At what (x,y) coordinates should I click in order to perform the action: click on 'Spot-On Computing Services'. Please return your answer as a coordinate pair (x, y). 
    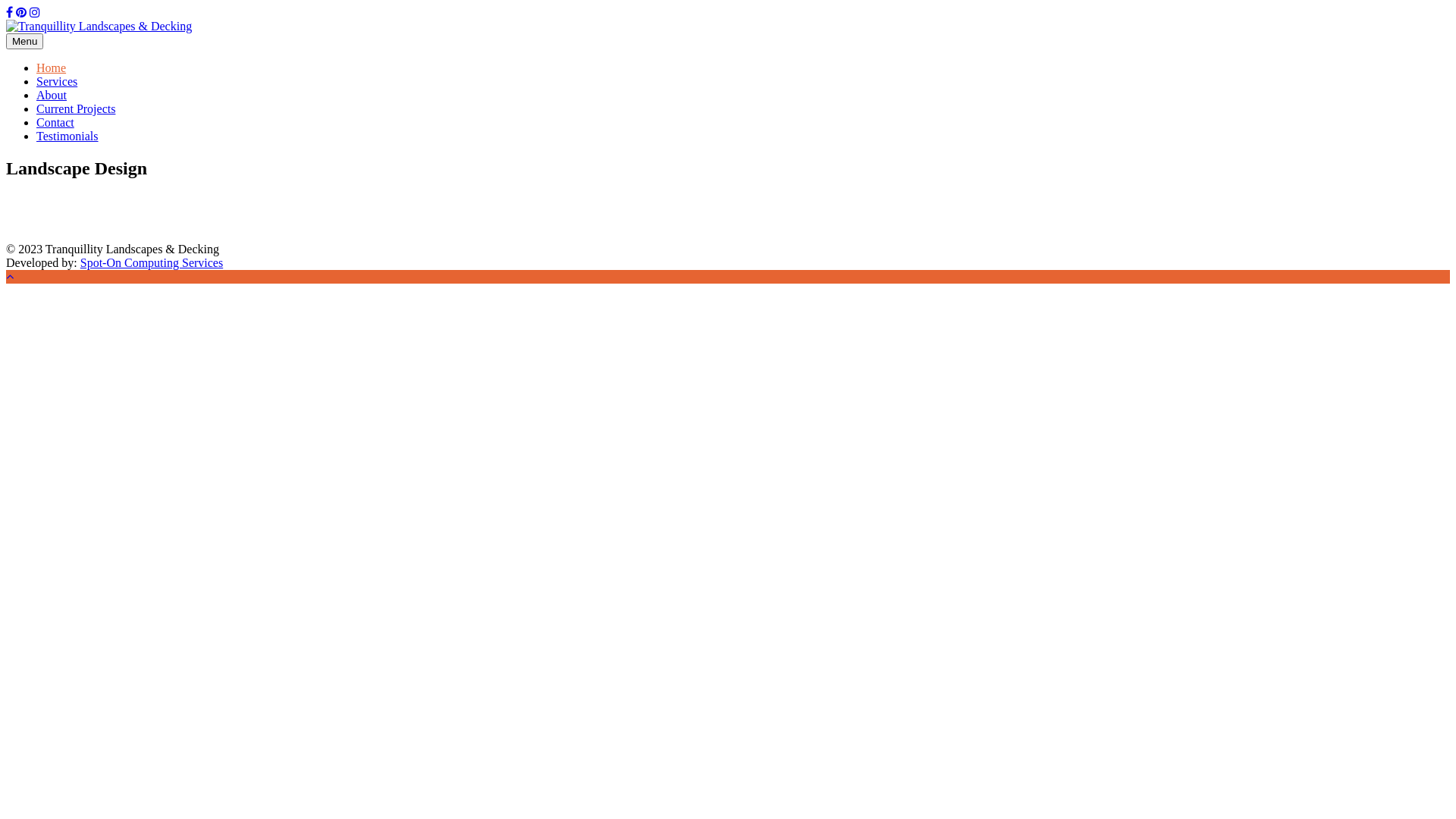
    Looking at the image, I should click on (152, 262).